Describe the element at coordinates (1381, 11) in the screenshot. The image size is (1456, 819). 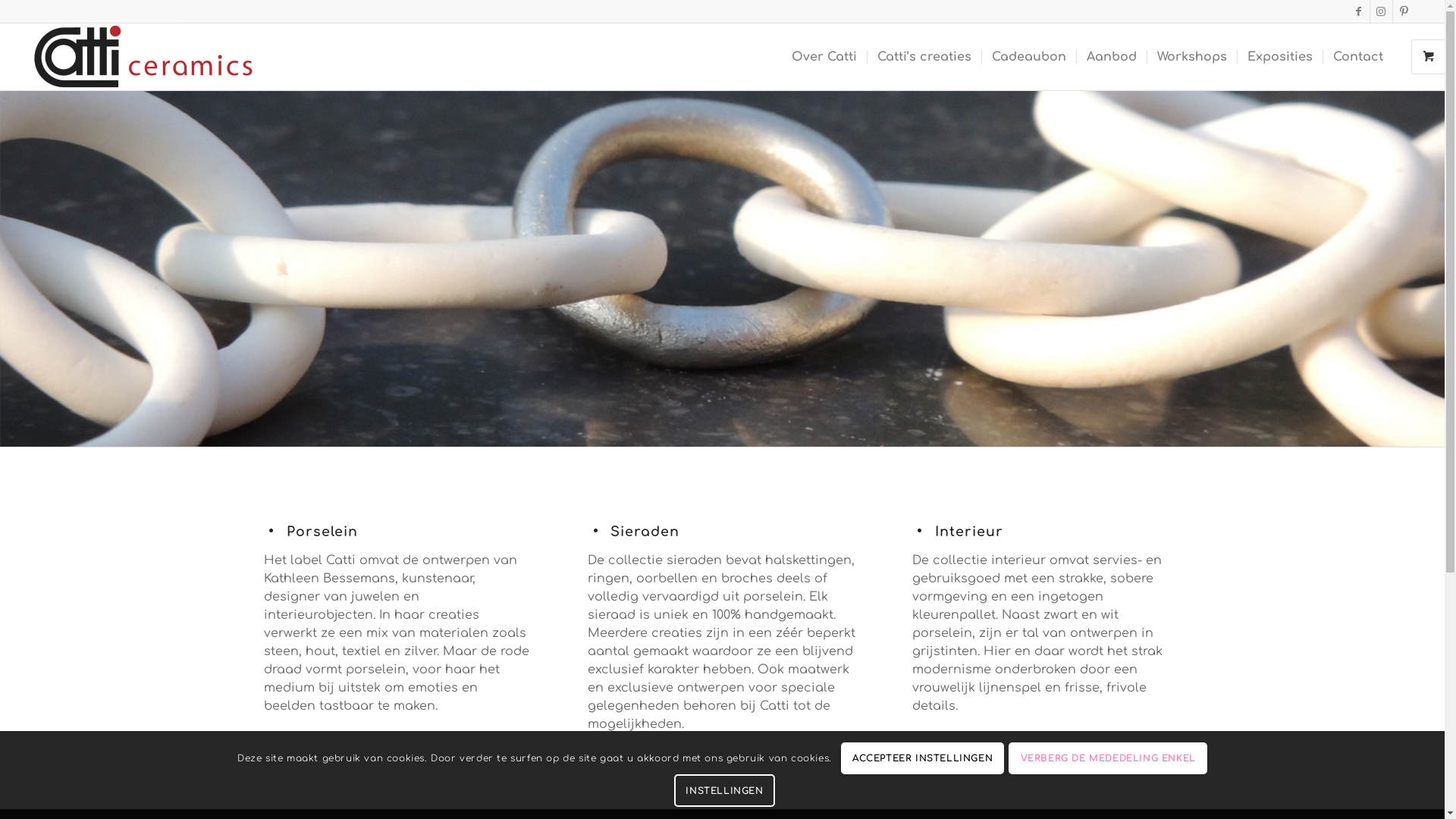
I see `'Instagram'` at that location.